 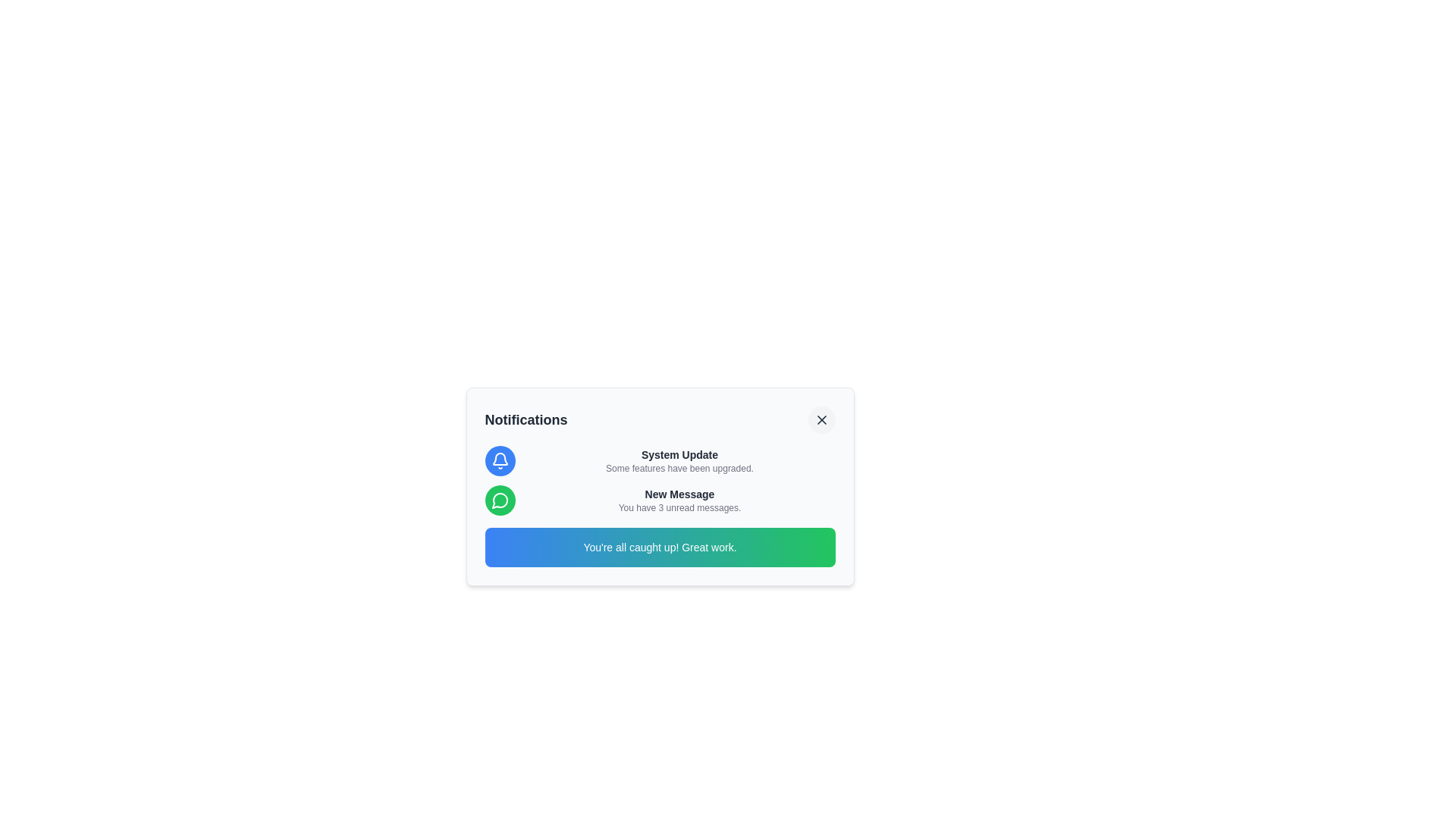 I want to click on the text label reading 'New Message' in the second notification of the notifications popup, which is styled with a smaller font size, bold weight, and dark gray color, so click(x=679, y=494).